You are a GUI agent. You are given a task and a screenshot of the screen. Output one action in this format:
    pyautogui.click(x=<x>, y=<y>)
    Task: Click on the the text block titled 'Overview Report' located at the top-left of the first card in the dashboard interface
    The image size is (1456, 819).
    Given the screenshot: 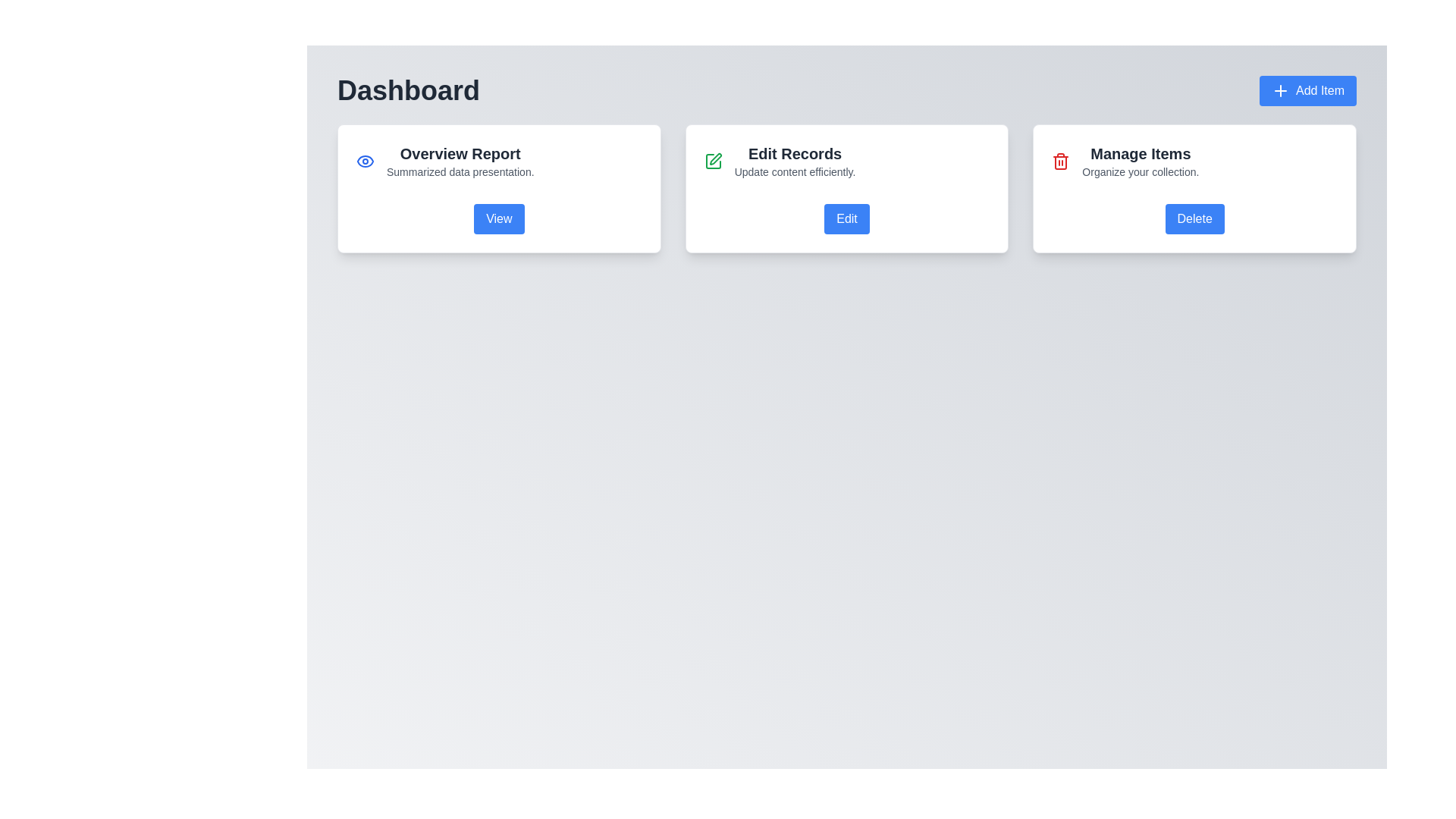 What is the action you would take?
    pyautogui.click(x=499, y=161)
    